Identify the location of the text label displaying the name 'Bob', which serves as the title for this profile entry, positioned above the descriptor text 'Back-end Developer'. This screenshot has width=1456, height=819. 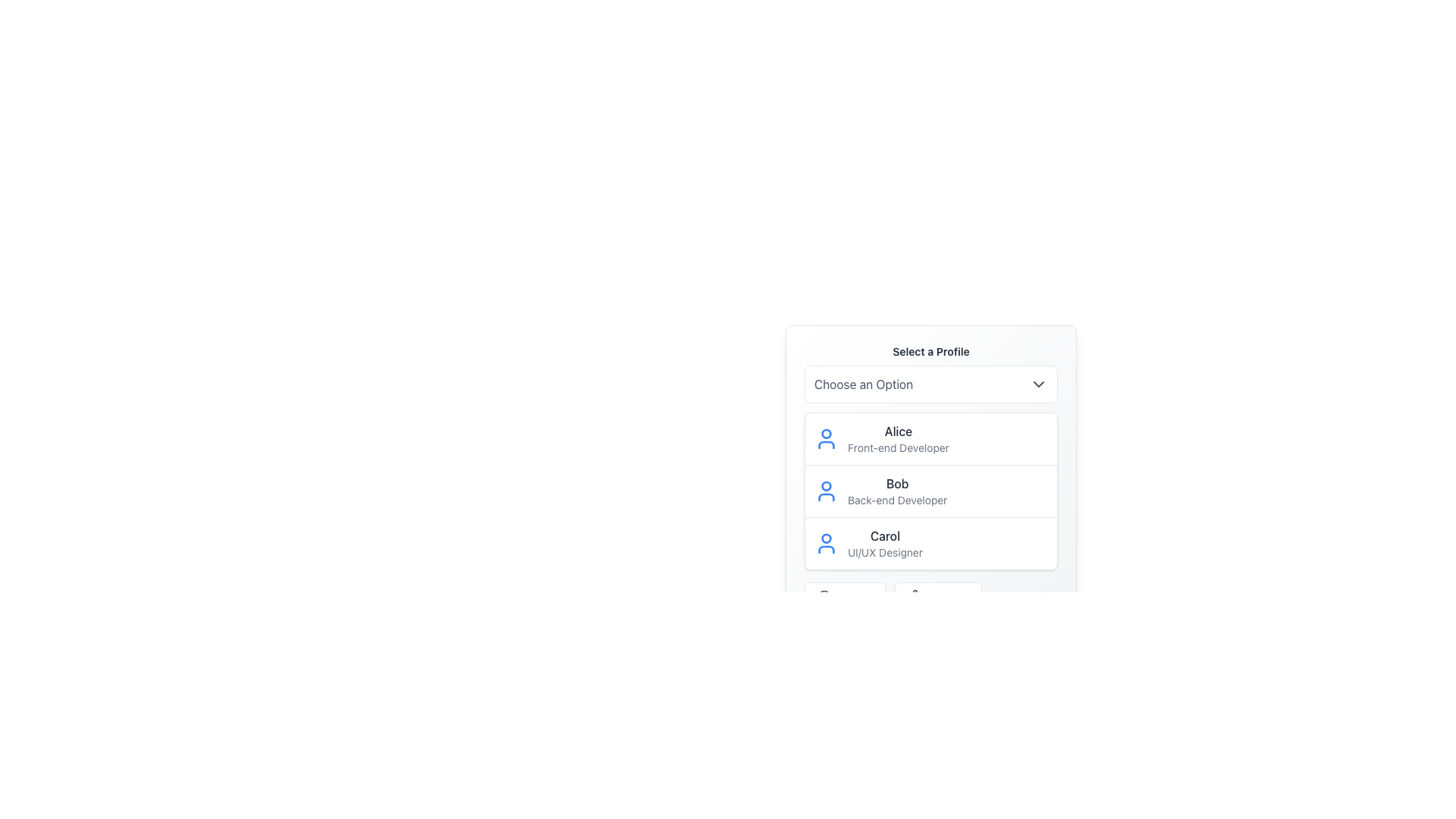
(897, 483).